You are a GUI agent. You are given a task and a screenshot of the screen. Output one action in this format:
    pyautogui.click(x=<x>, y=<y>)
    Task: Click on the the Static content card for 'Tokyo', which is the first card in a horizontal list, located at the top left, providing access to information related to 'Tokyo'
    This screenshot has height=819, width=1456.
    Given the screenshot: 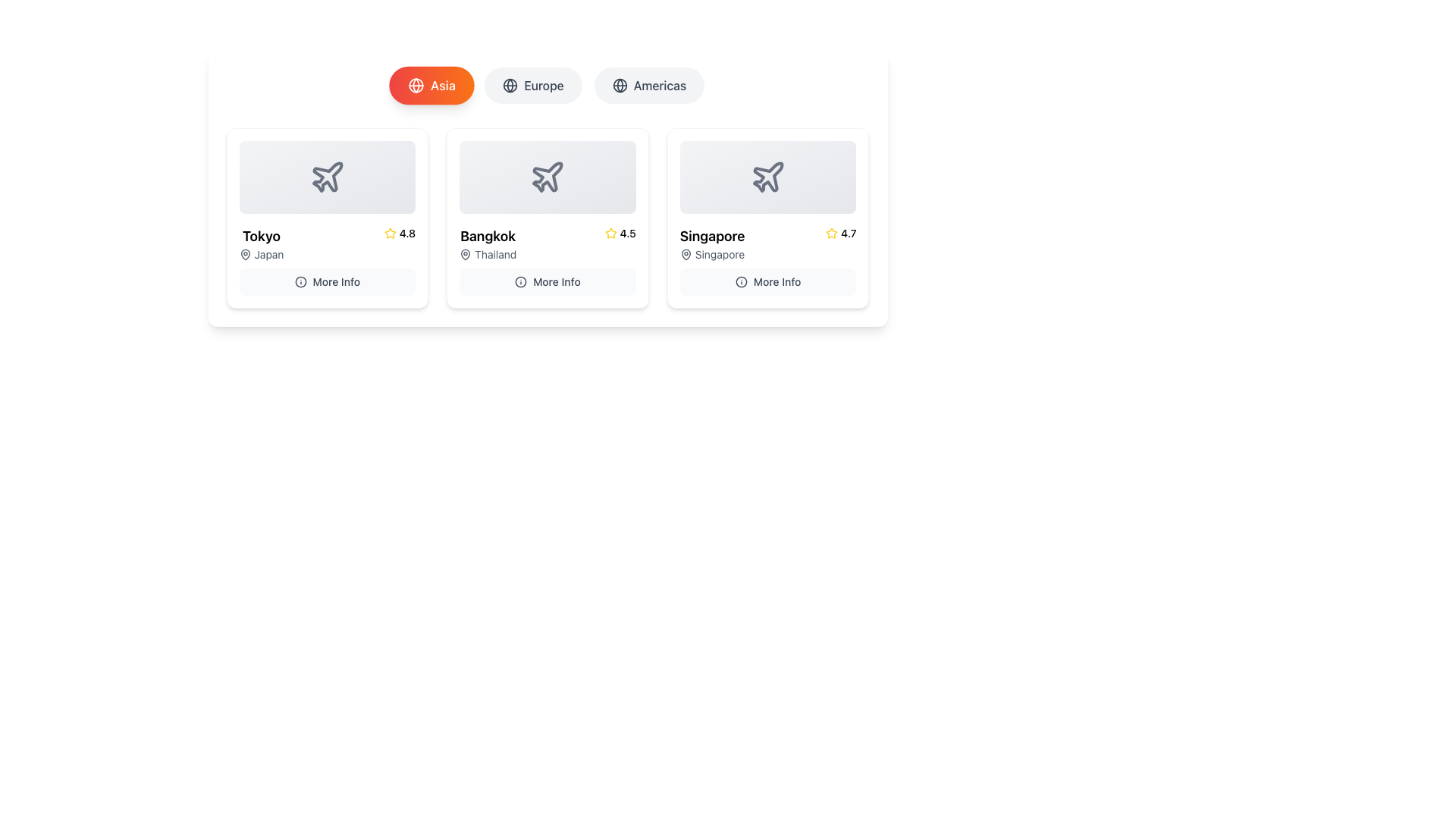 What is the action you would take?
    pyautogui.click(x=326, y=177)
    